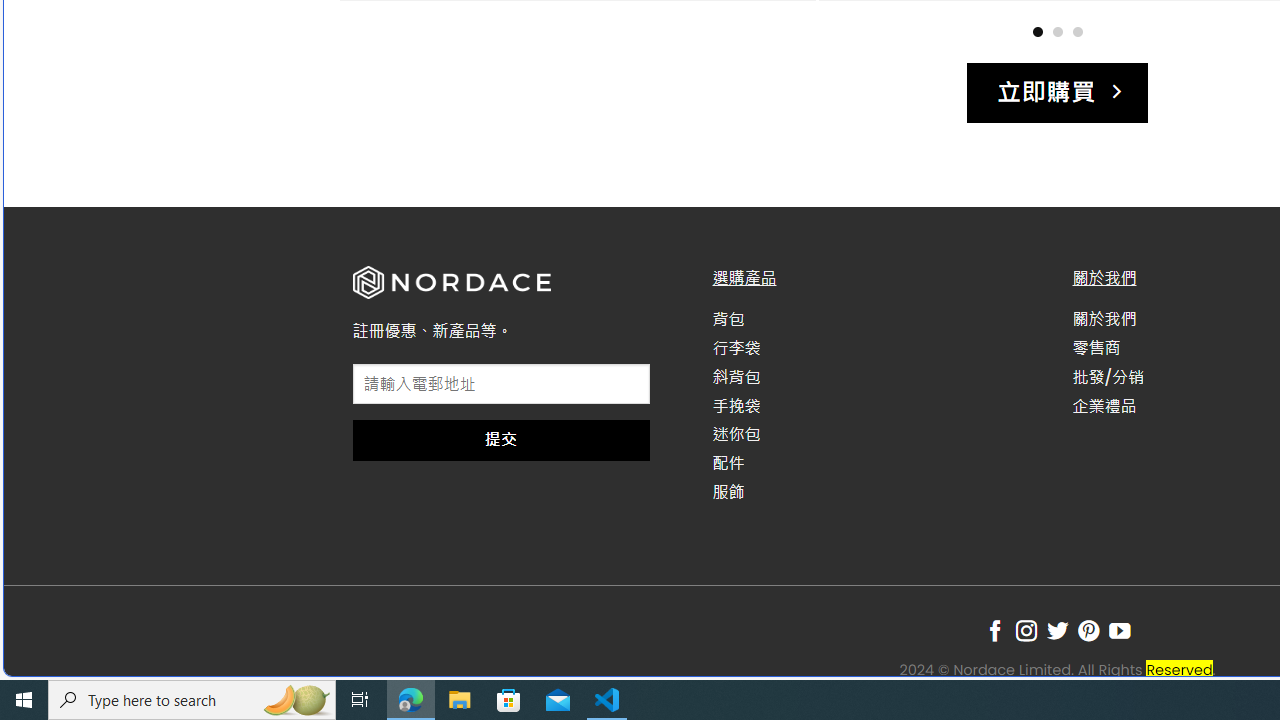  I want to click on 'Follow on Twitter', so click(1056, 631).